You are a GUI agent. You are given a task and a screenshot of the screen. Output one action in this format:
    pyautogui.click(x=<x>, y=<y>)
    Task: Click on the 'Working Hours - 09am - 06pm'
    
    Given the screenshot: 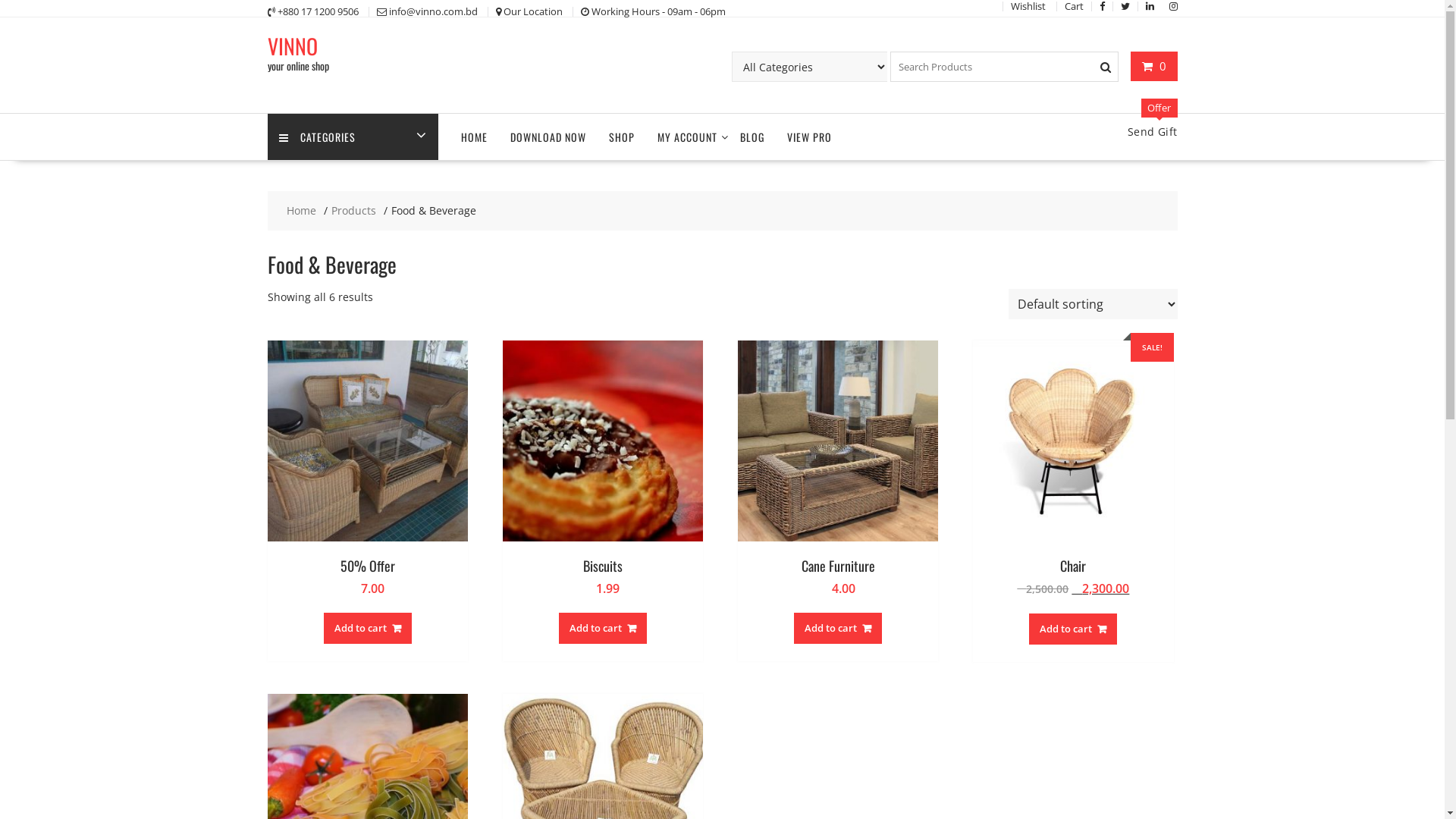 What is the action you would take?
    pyautogui.click(x=658, y=11)
    